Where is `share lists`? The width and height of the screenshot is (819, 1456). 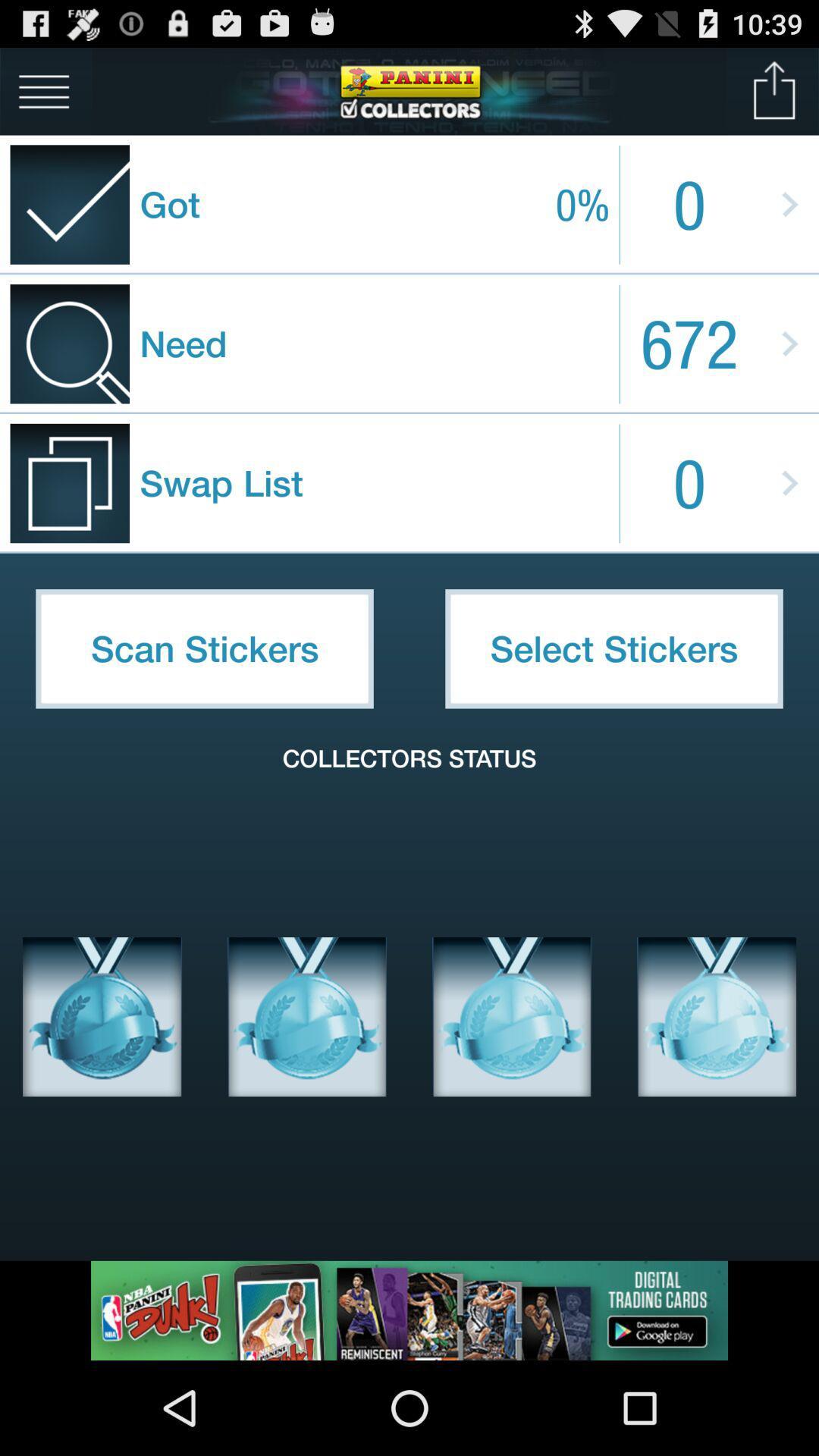
share lists is located at coordinates (774, 90).